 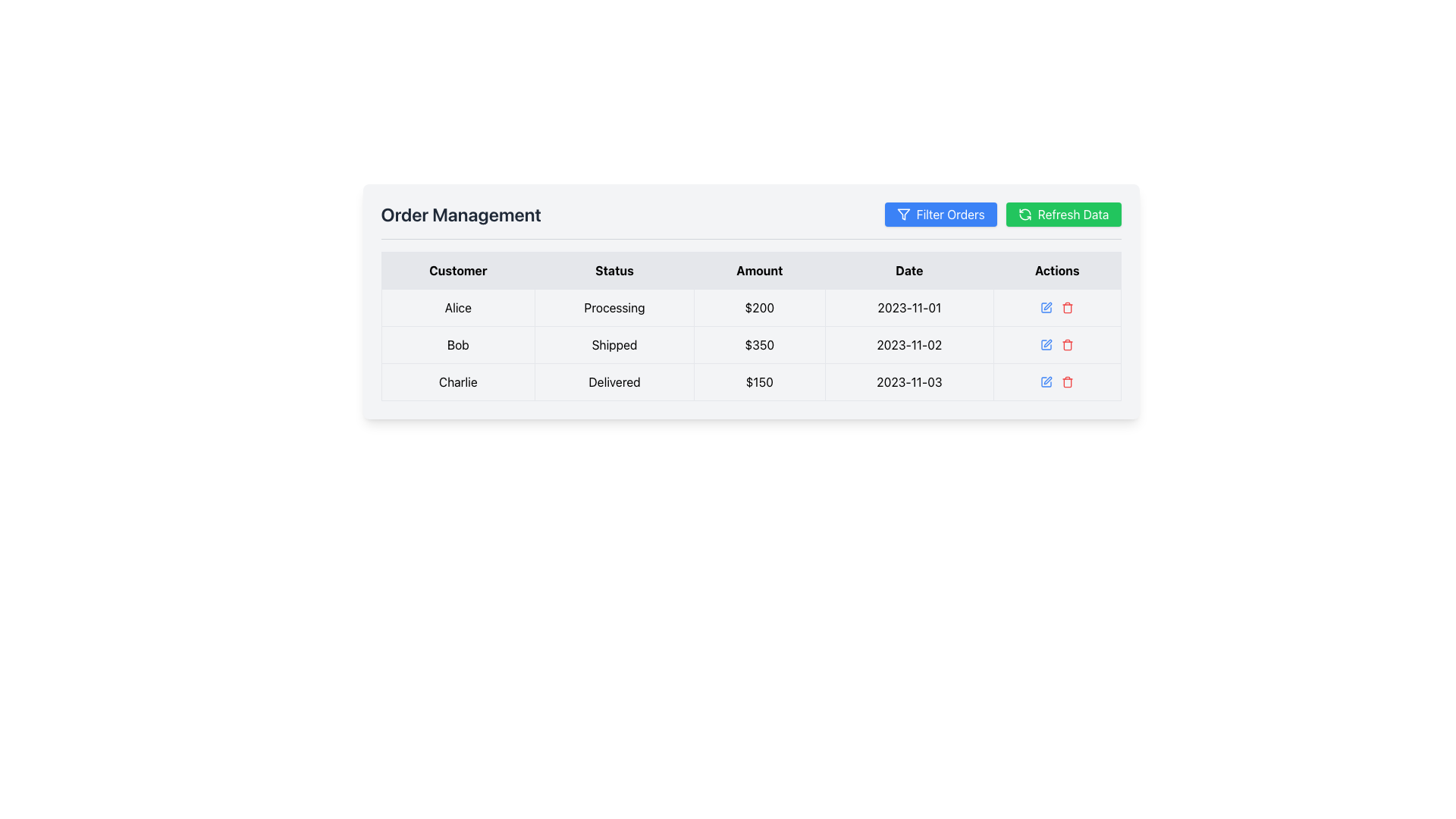 What do you see at coordinates (614, 270) in the screenshot?
I see `the 'Status' text label, which is a rectangular box with centered text in bold black font and a gray background, located in the second column of the header row of a table` at bounding box center [614, 270].